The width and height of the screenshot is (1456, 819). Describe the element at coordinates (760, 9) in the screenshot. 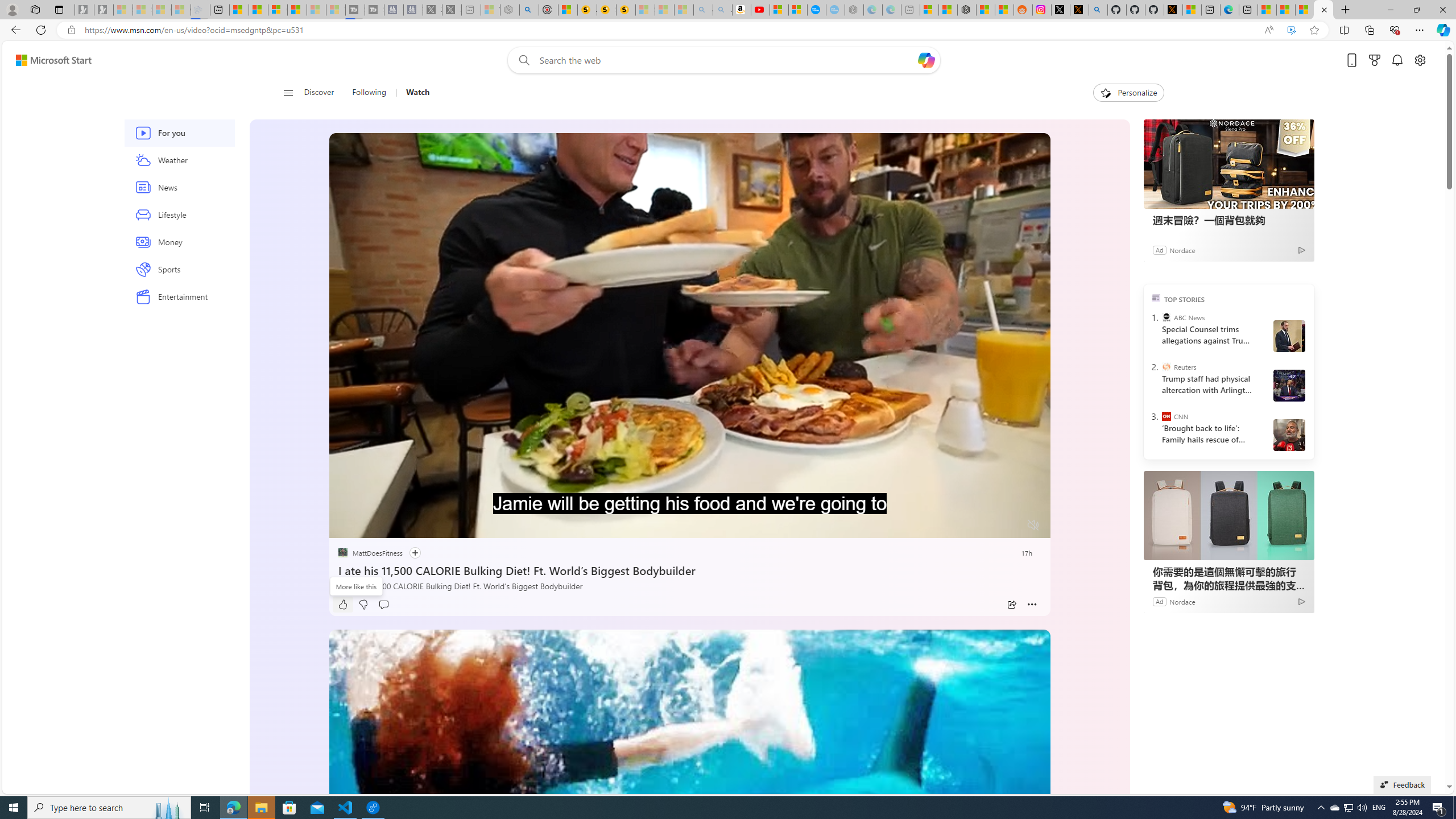

I see `'Day 1: Arriving in Yemen (surreal to be here) - YouTube'` at that location.